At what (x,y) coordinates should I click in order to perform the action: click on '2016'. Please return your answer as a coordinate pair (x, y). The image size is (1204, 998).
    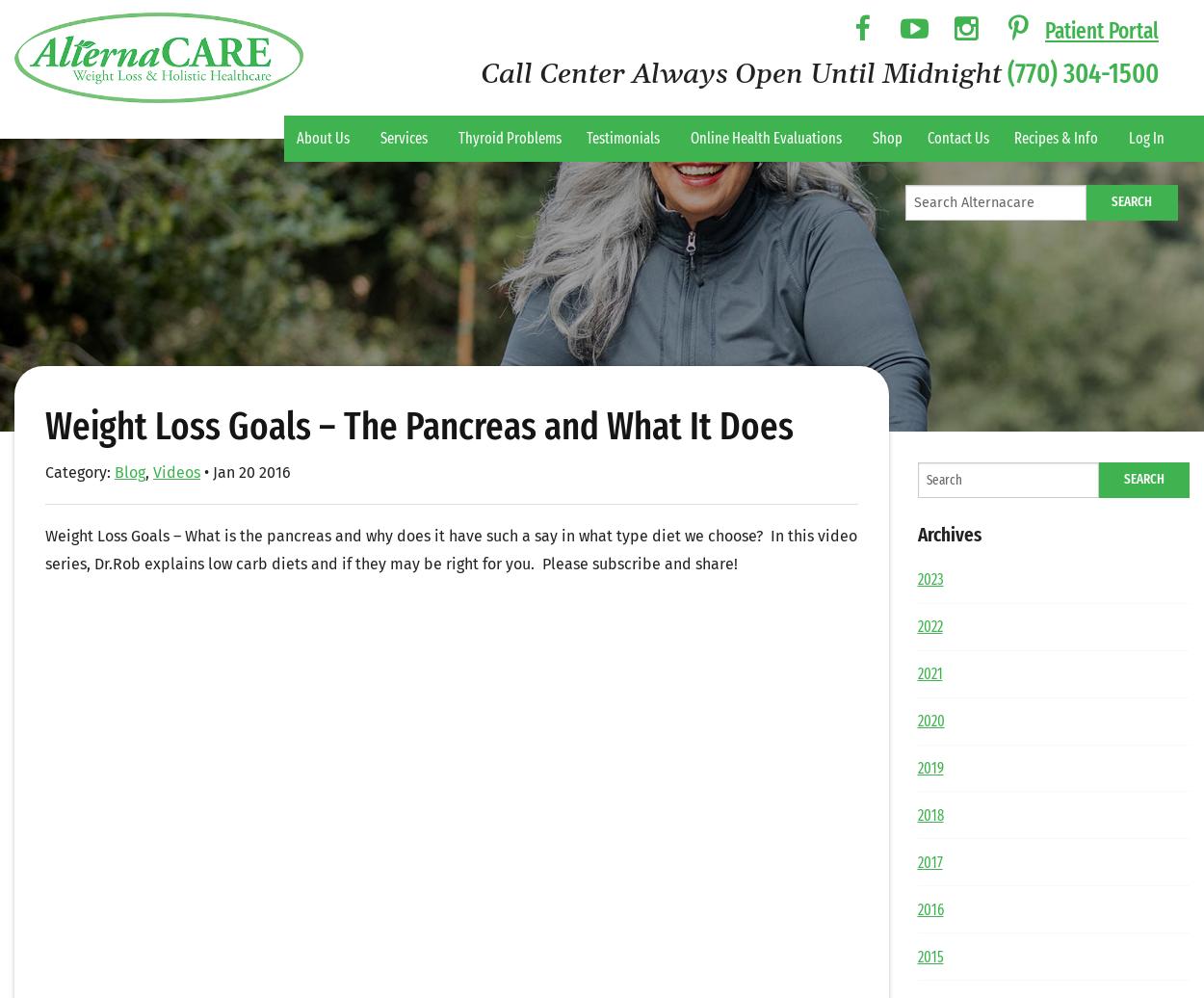
    Looking at the image, I should click on (916, 908).